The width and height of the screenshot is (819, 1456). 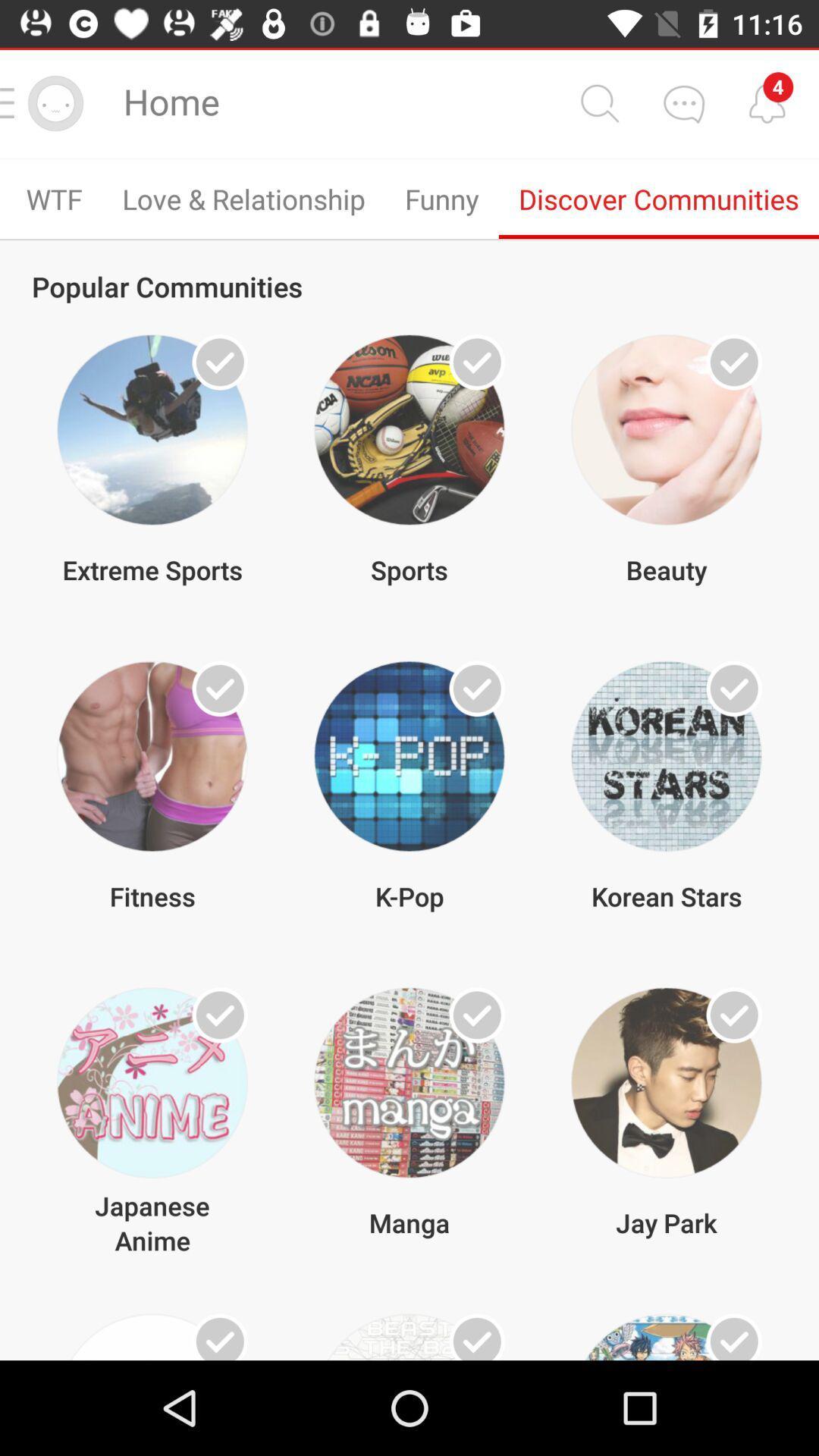 I want to click on multiple, so click(x=476, y=688).